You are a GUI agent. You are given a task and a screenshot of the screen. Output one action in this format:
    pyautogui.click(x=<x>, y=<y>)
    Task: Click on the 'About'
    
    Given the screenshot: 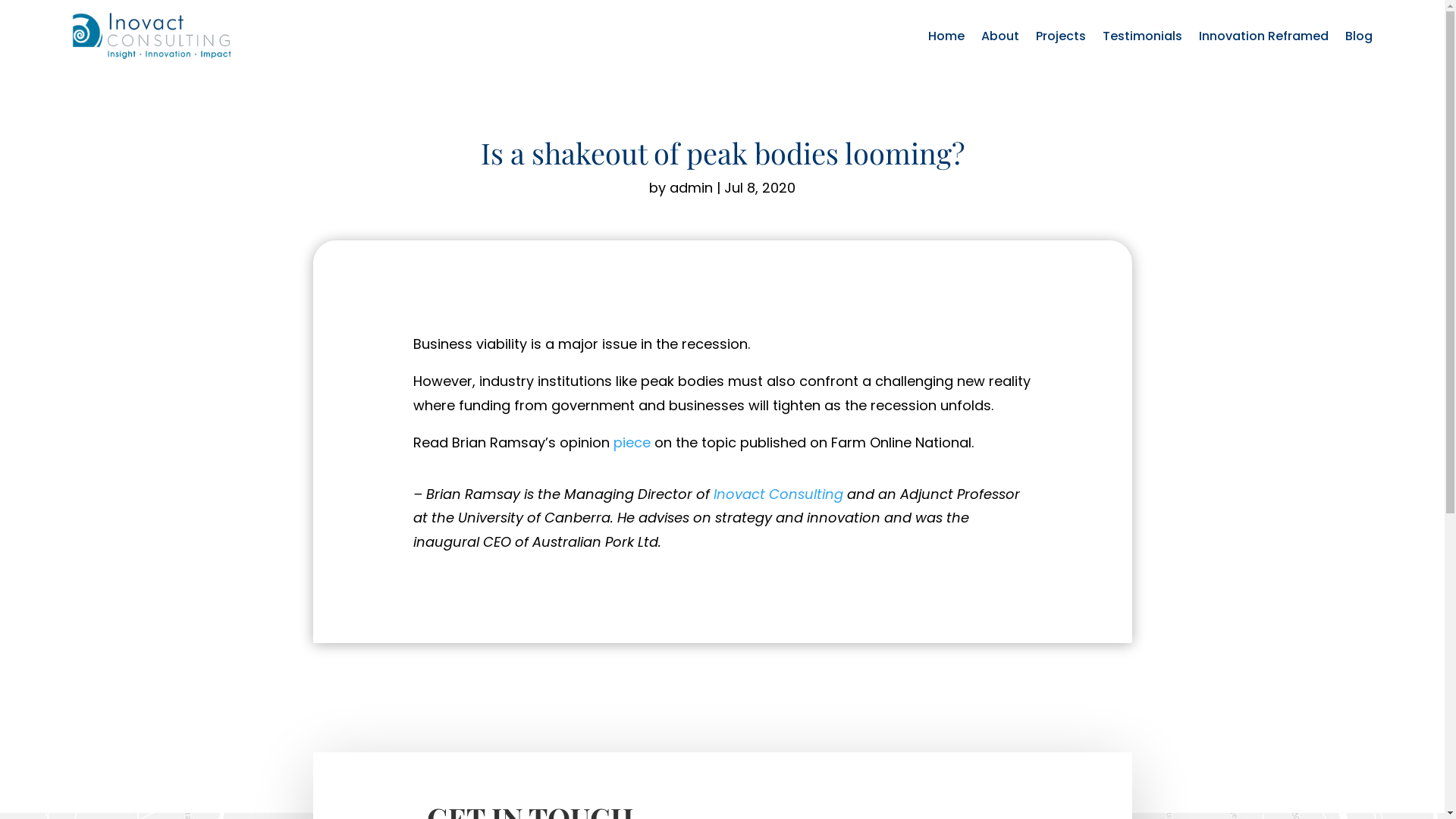 What is the action you would take?
    pyautogui.click(x=981, y=35)
    